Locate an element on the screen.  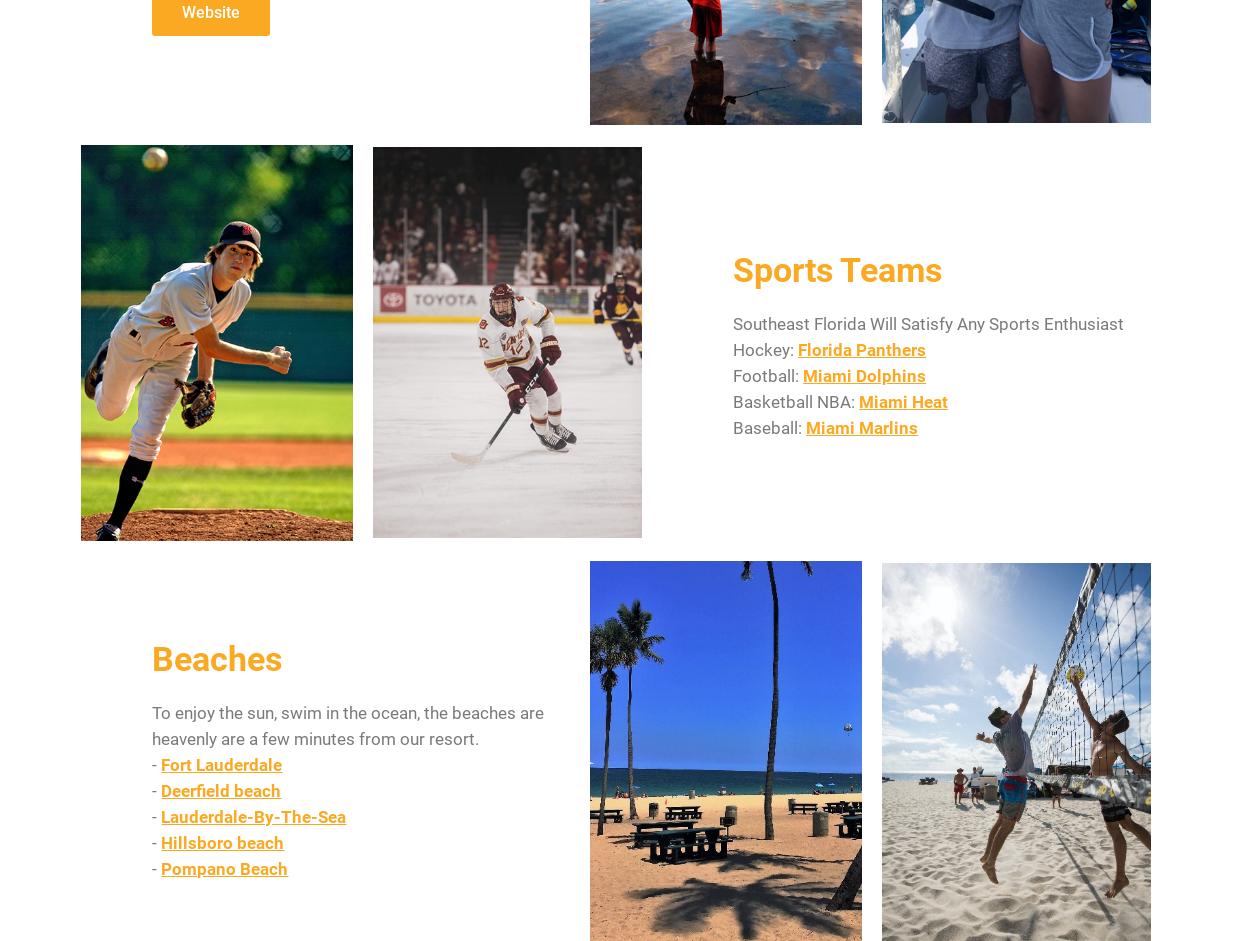
'Lauderdale-By-The-Sea' is located at coordinates (252, 815).